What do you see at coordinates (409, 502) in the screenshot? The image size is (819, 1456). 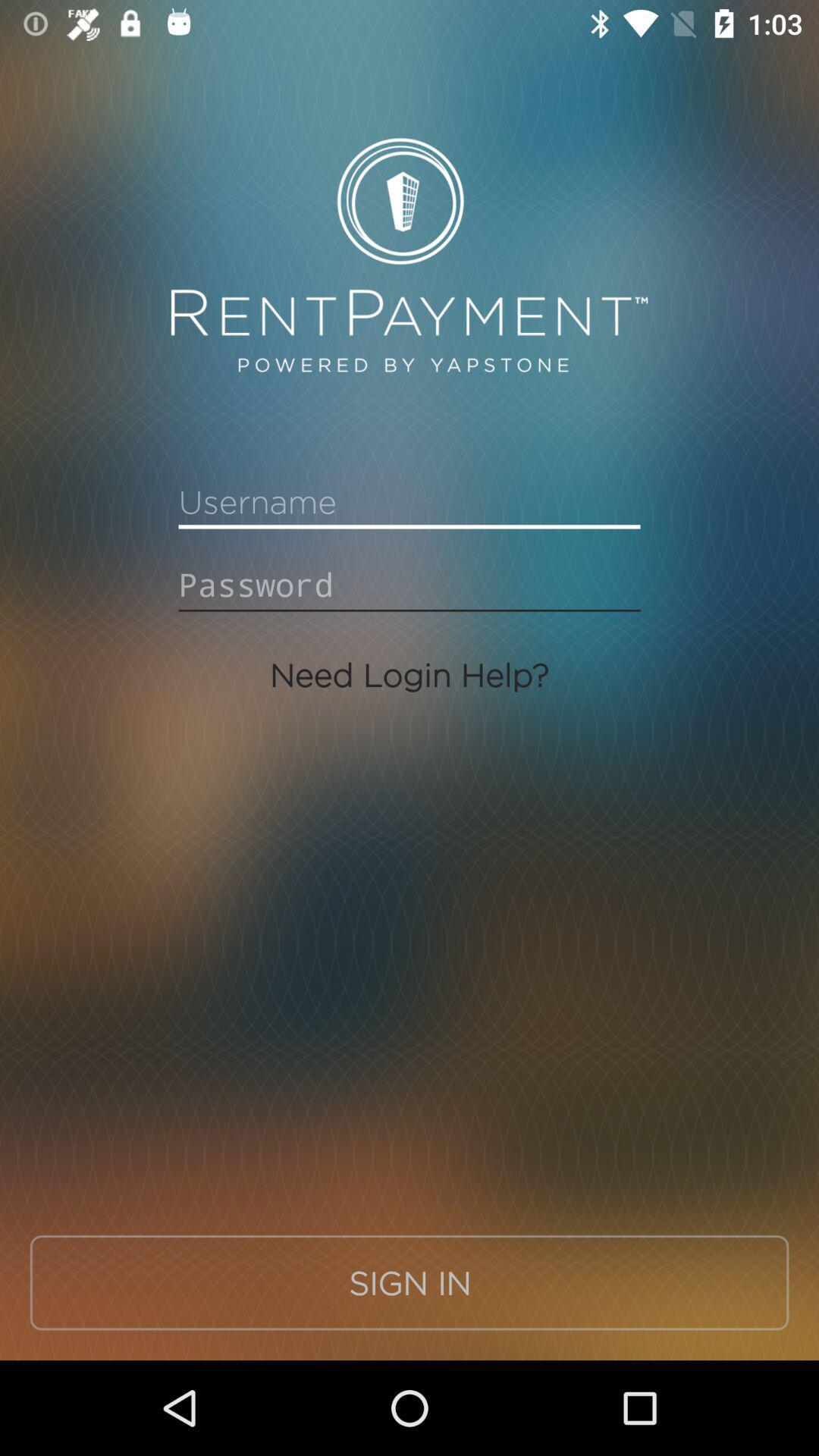 I see `user name` at bounding box center [409, 502].